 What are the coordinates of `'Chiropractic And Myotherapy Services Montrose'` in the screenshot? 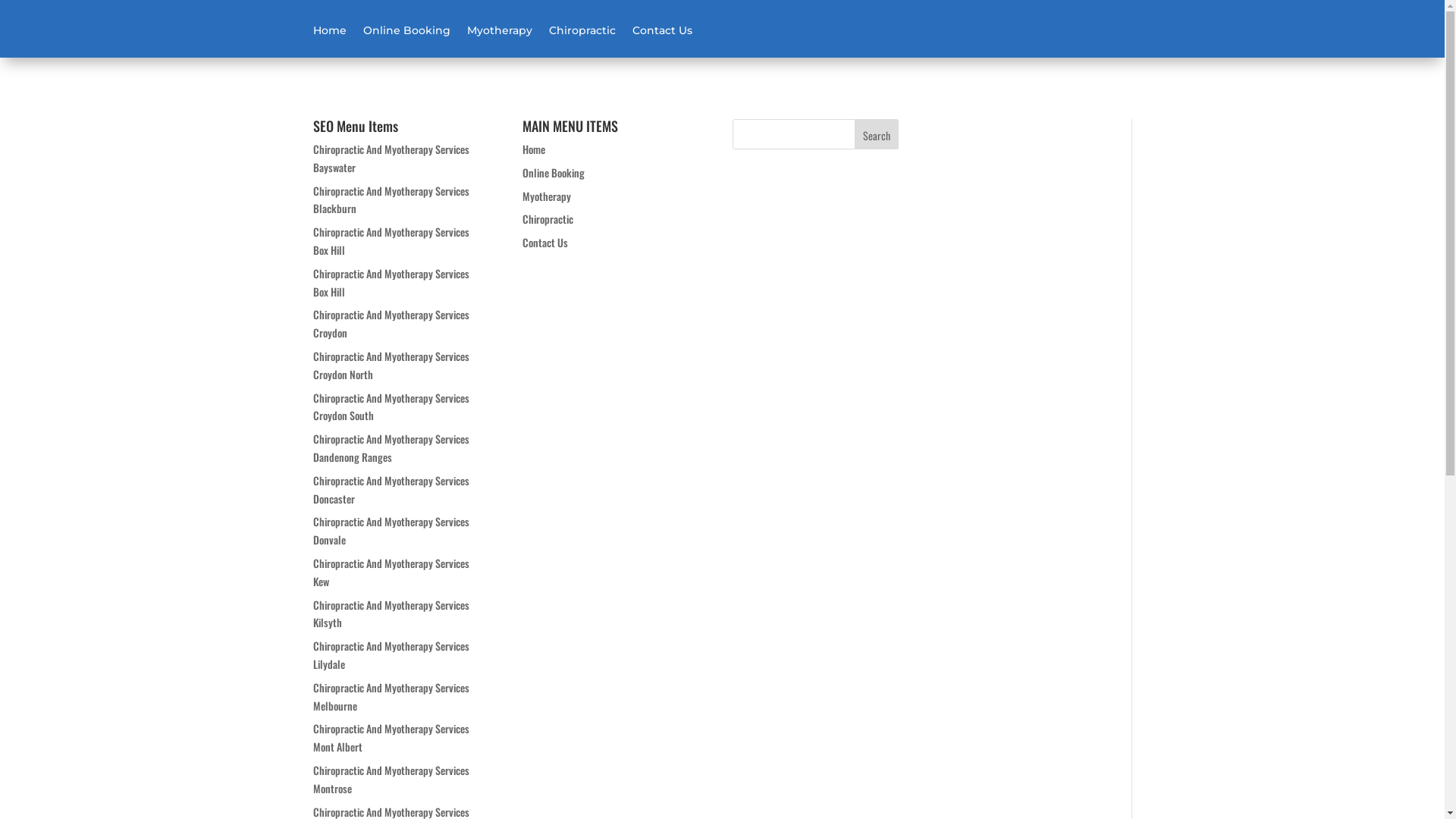 It's located at (390, 779).